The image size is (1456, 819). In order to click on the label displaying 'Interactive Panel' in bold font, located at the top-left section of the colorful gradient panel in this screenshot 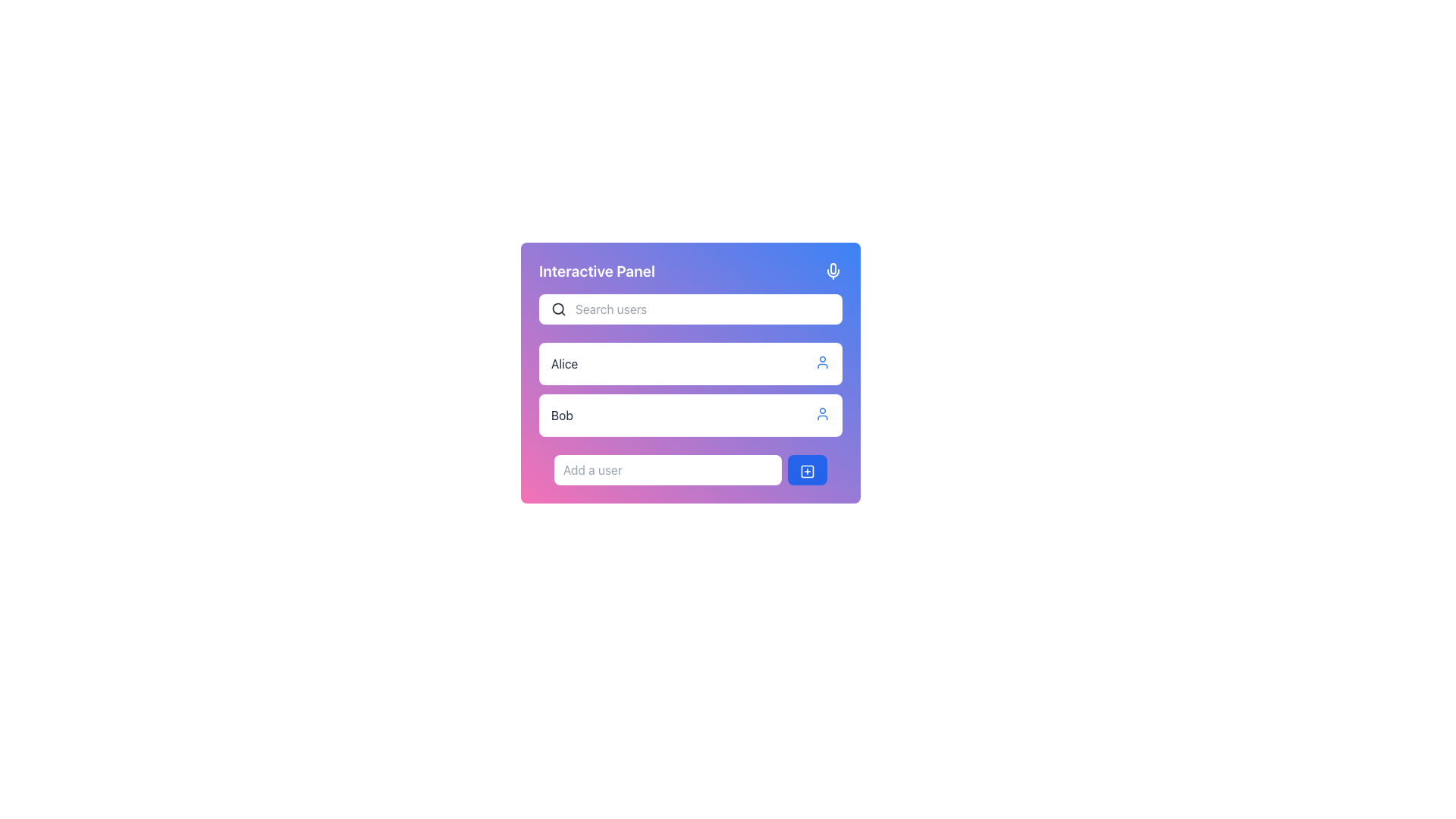, I will do `click(596, 271)`.